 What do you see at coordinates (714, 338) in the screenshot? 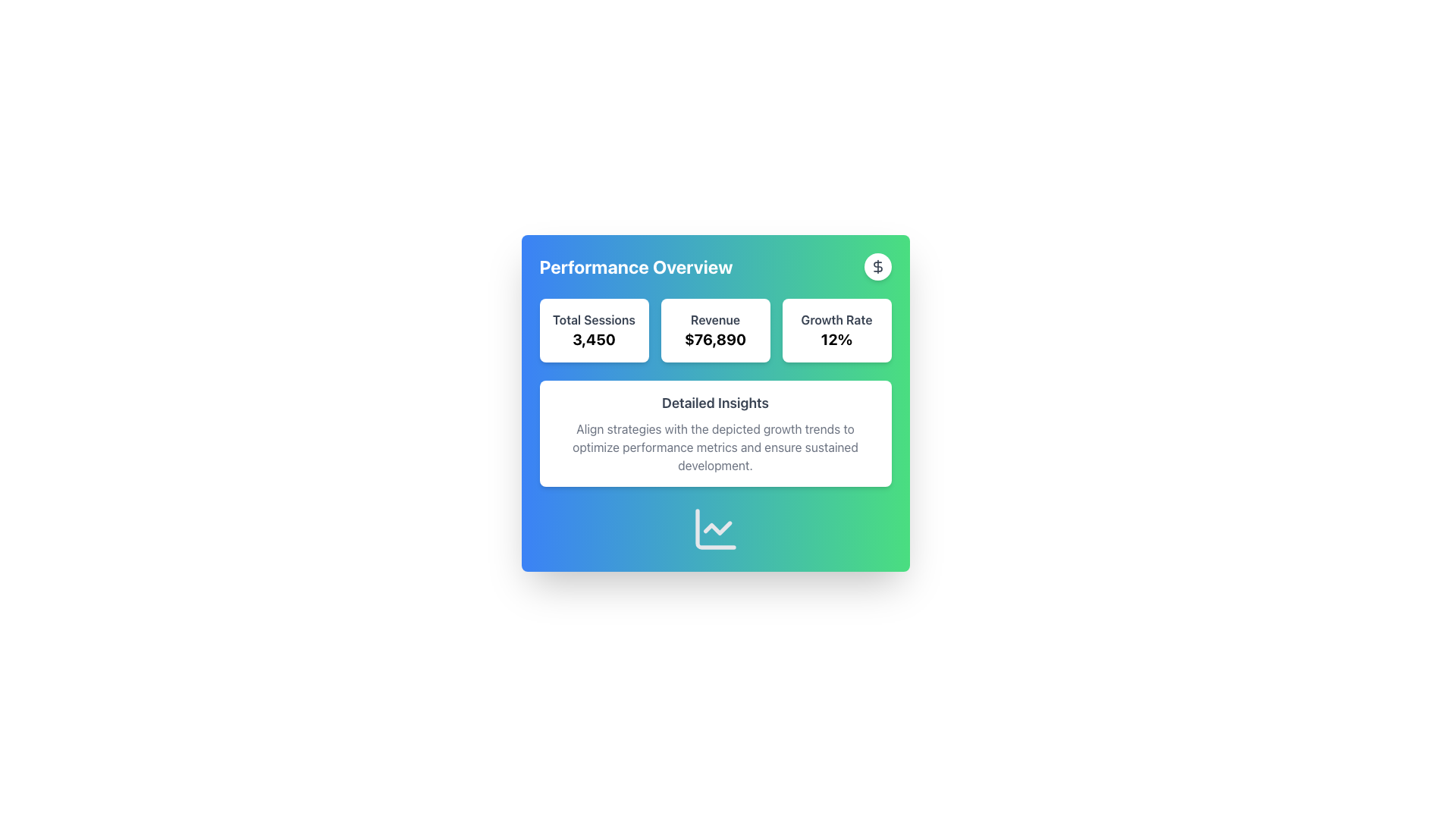
I see `the label displaying '$76,890' which is styled in bold black font and located below the 'Revenue' heading inside a white rounded rectangular block` at bounding box center [714, 338].